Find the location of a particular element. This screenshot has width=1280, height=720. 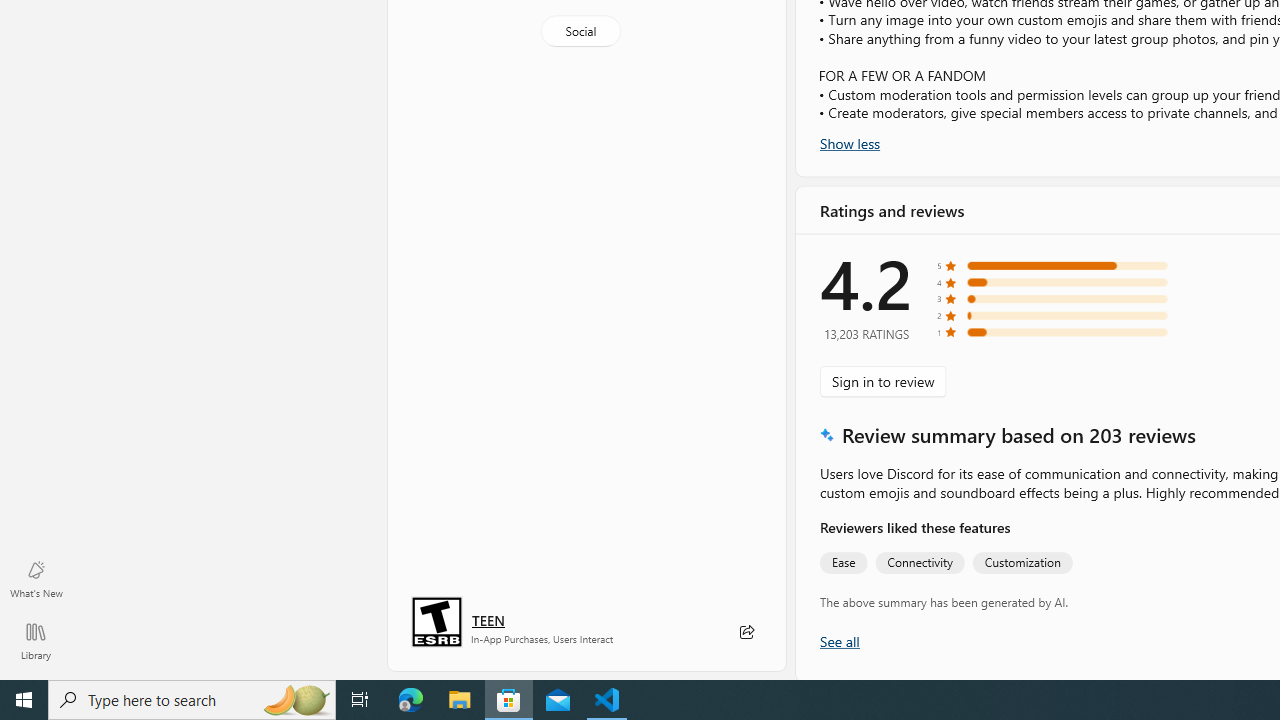

'Share' is located at coordinates (745, 632).